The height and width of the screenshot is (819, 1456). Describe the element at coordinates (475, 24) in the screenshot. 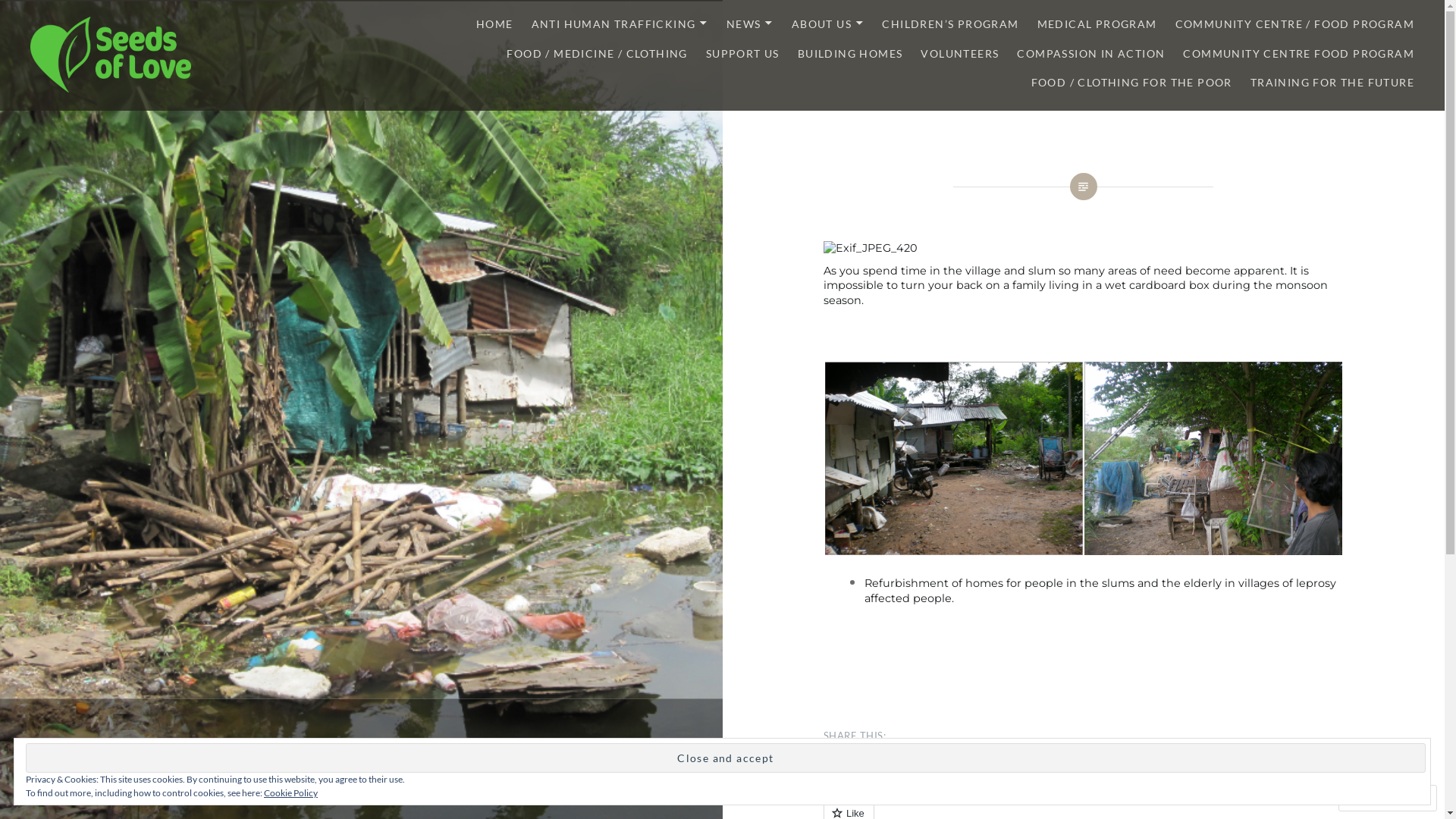

I see `'HOME'` at that location.